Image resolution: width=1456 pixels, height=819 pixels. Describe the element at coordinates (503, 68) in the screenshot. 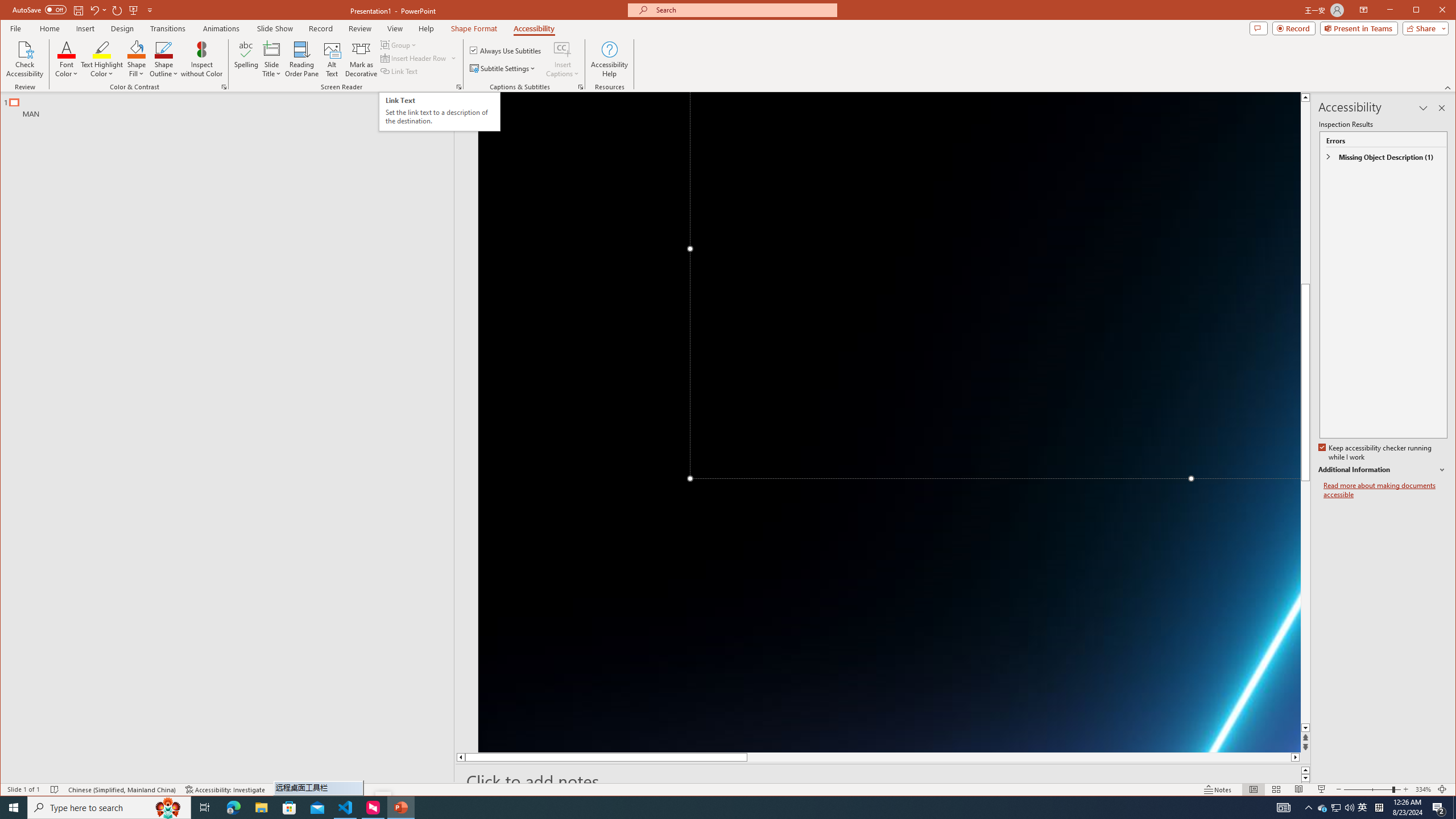

I see `'Subtitle Settings'` at that location.